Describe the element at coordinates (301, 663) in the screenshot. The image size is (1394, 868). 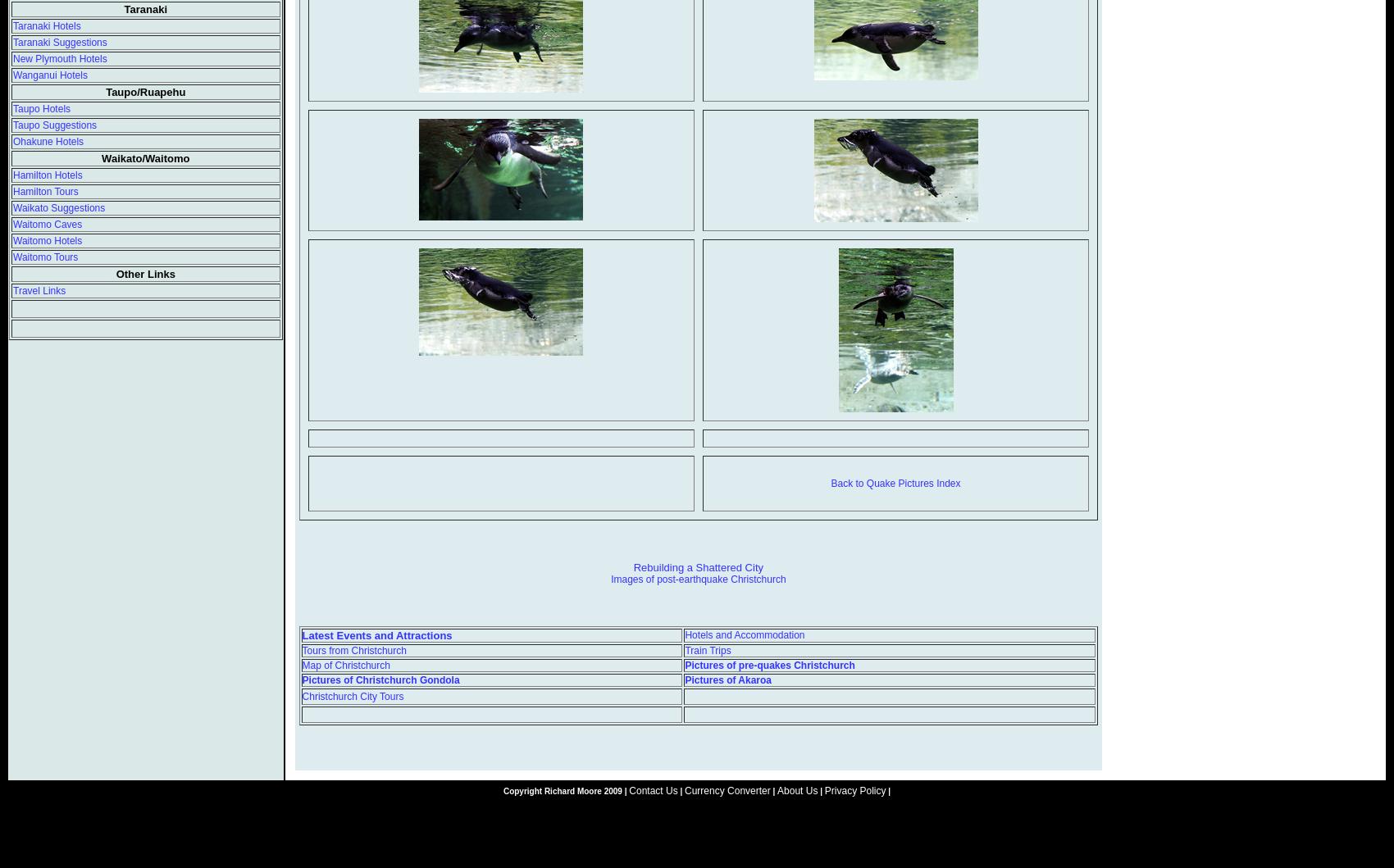
I see `'Map 
                  of Christchurch'` at that location.